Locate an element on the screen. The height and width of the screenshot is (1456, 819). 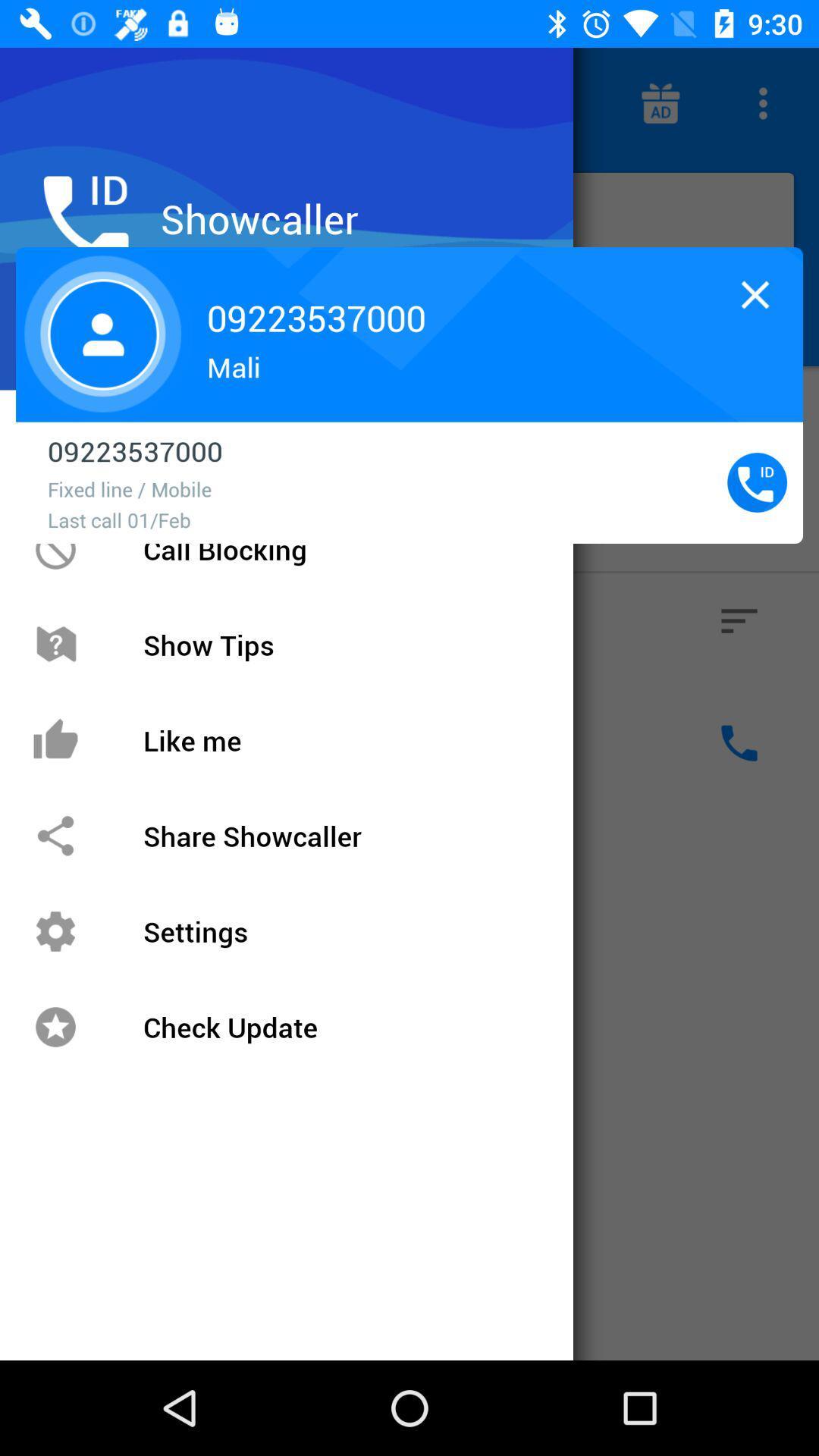
the gift icon is located at coordinates (659, 102).